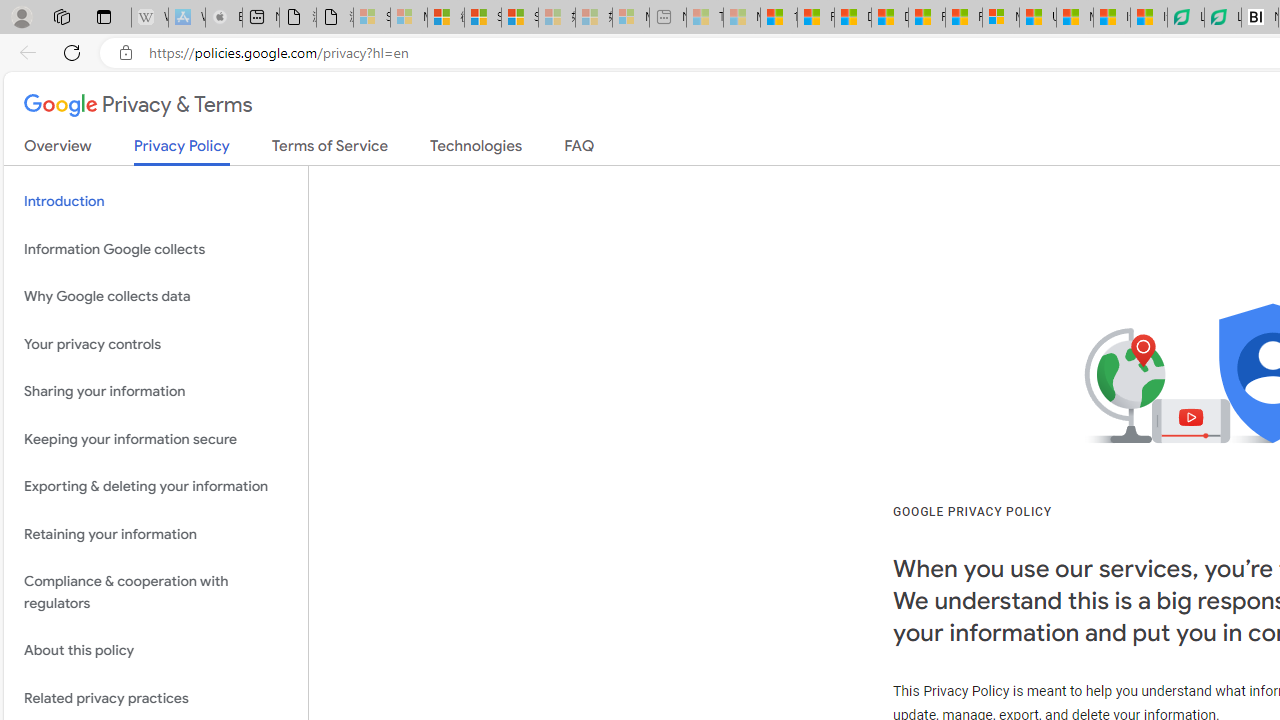 The width and height of the screenshot is (1280, 720). Describe the element at coordinates (407, 17) in the screenshot. I see `'Microsoft Services Agreement - Sleeping'` at that location.